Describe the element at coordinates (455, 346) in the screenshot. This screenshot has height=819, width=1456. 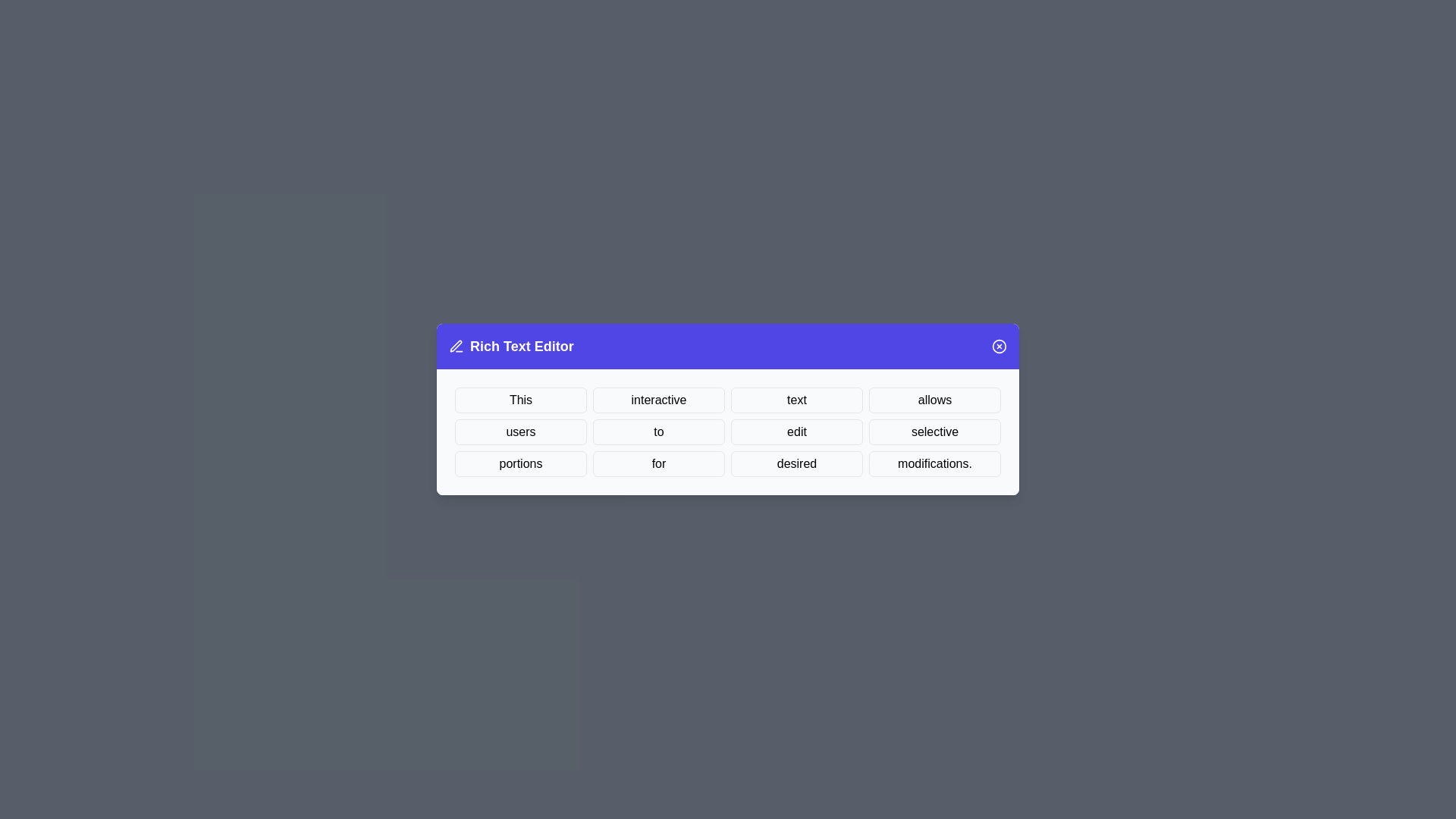
I see `the edit icon in the dialog header` at that location.